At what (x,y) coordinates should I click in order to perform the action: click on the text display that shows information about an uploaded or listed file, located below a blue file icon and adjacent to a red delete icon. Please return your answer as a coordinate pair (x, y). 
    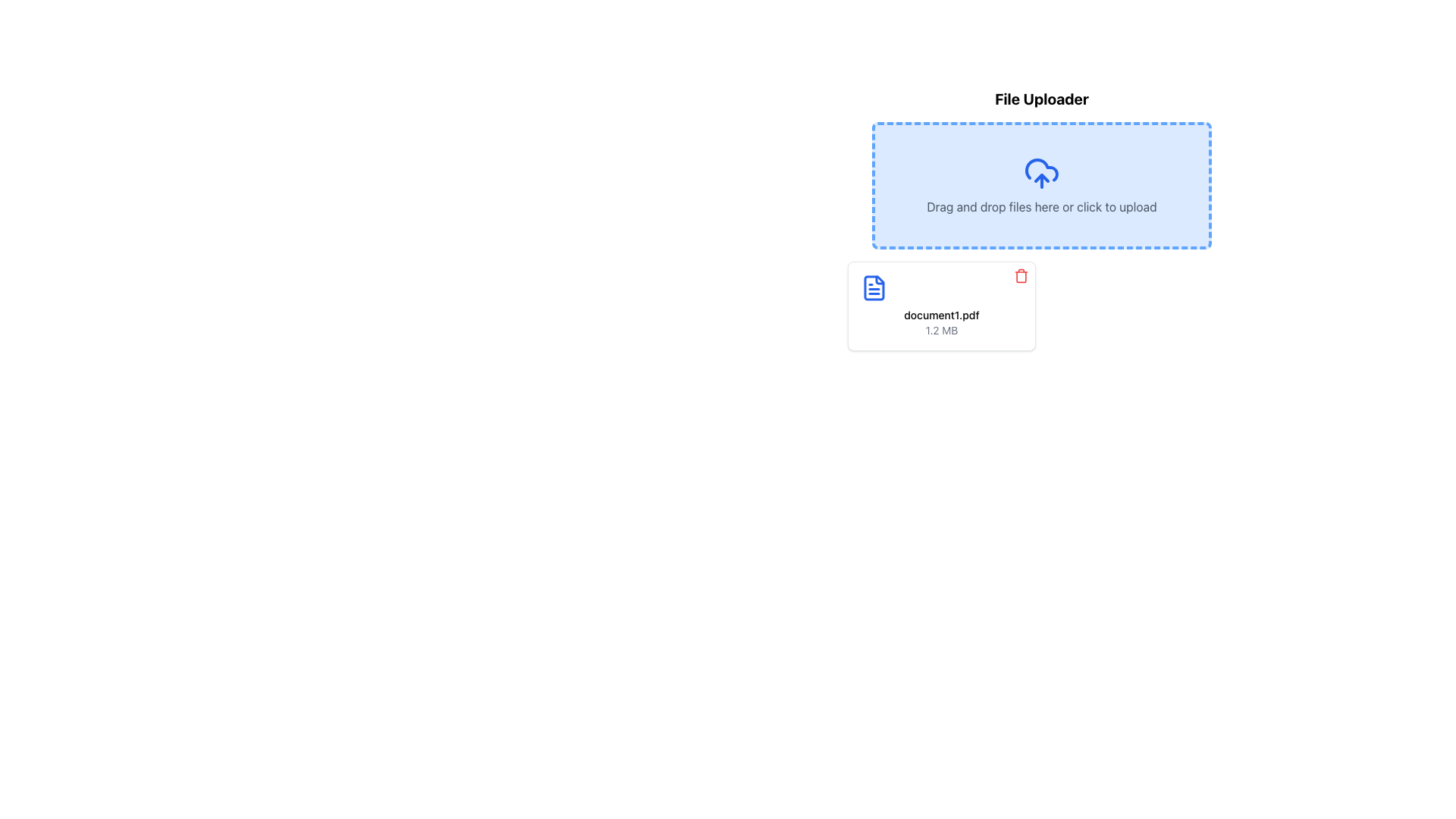
    Looking at the image, I should click on (941, 322).